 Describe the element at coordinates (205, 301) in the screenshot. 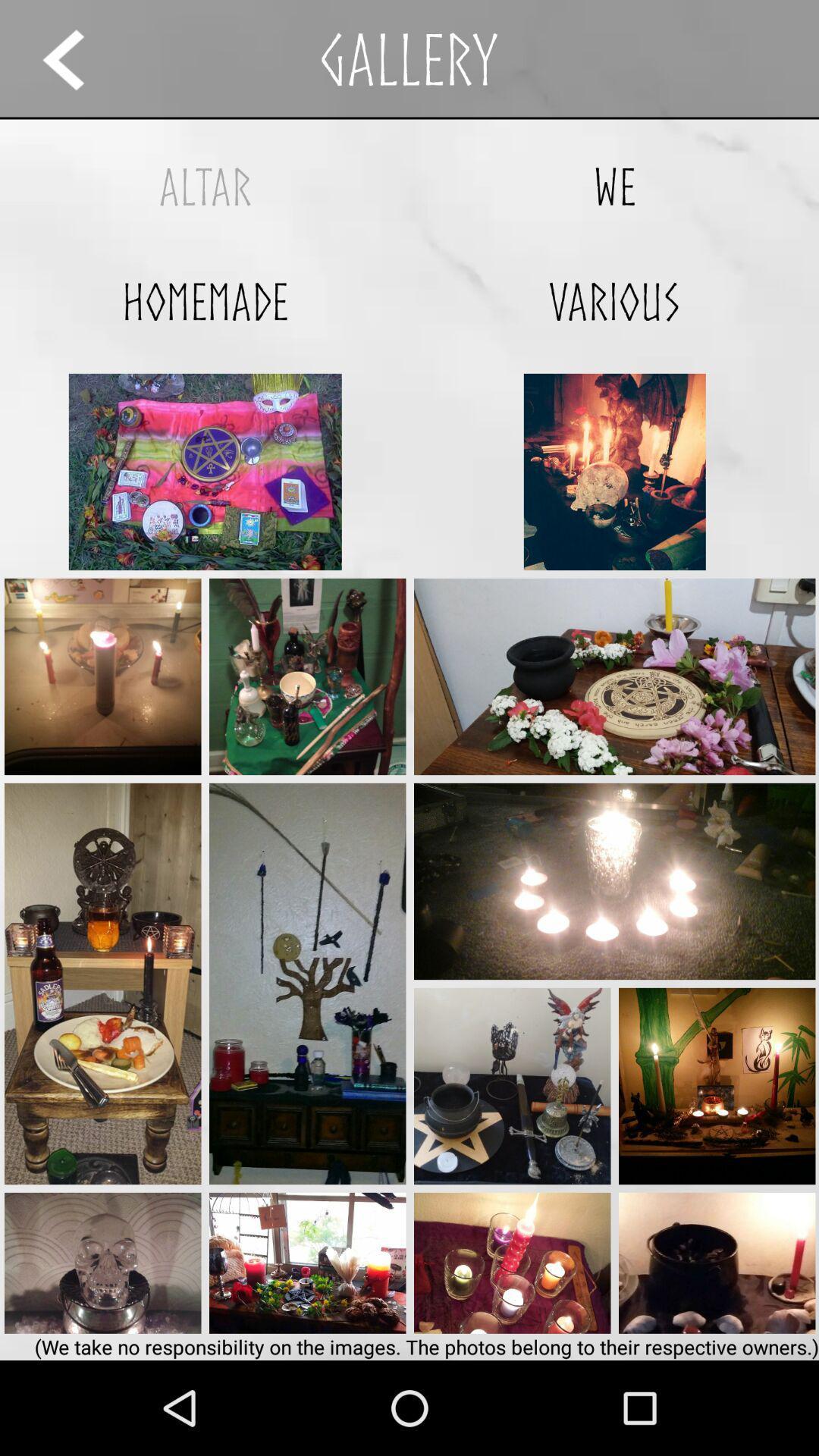

I see `the app below the altar app` at that location.